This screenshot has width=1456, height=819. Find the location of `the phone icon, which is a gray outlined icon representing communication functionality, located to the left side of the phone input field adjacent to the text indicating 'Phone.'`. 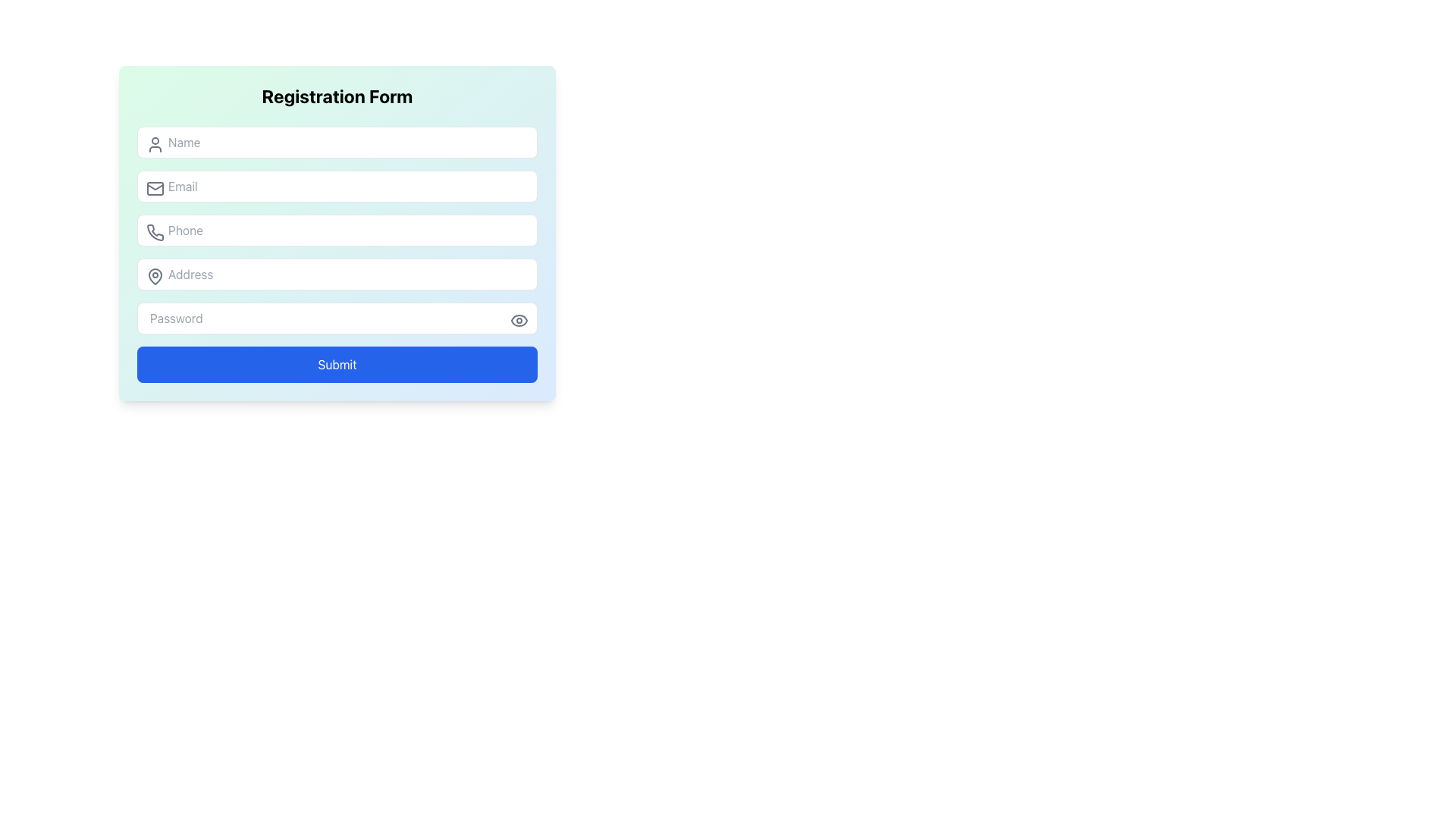

the phone icon, which is a gray outlined icon representing communication functionality, located to the left side of the phone input field adjacent to the text indicating 'Phone.' is located at coordinates (155, 232).